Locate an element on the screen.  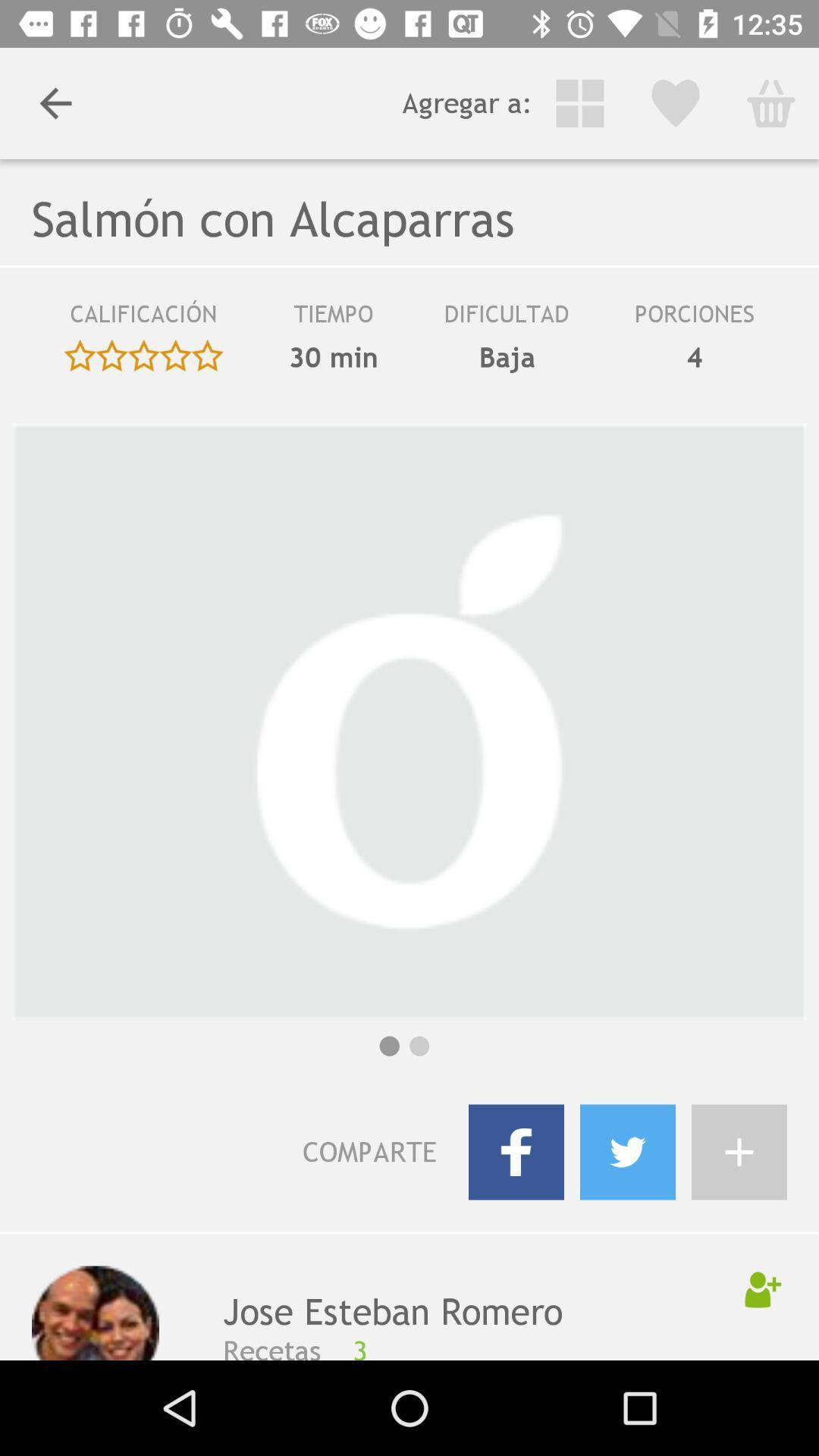
the item next to the 30 min icon is located at coordinates (507, 356).